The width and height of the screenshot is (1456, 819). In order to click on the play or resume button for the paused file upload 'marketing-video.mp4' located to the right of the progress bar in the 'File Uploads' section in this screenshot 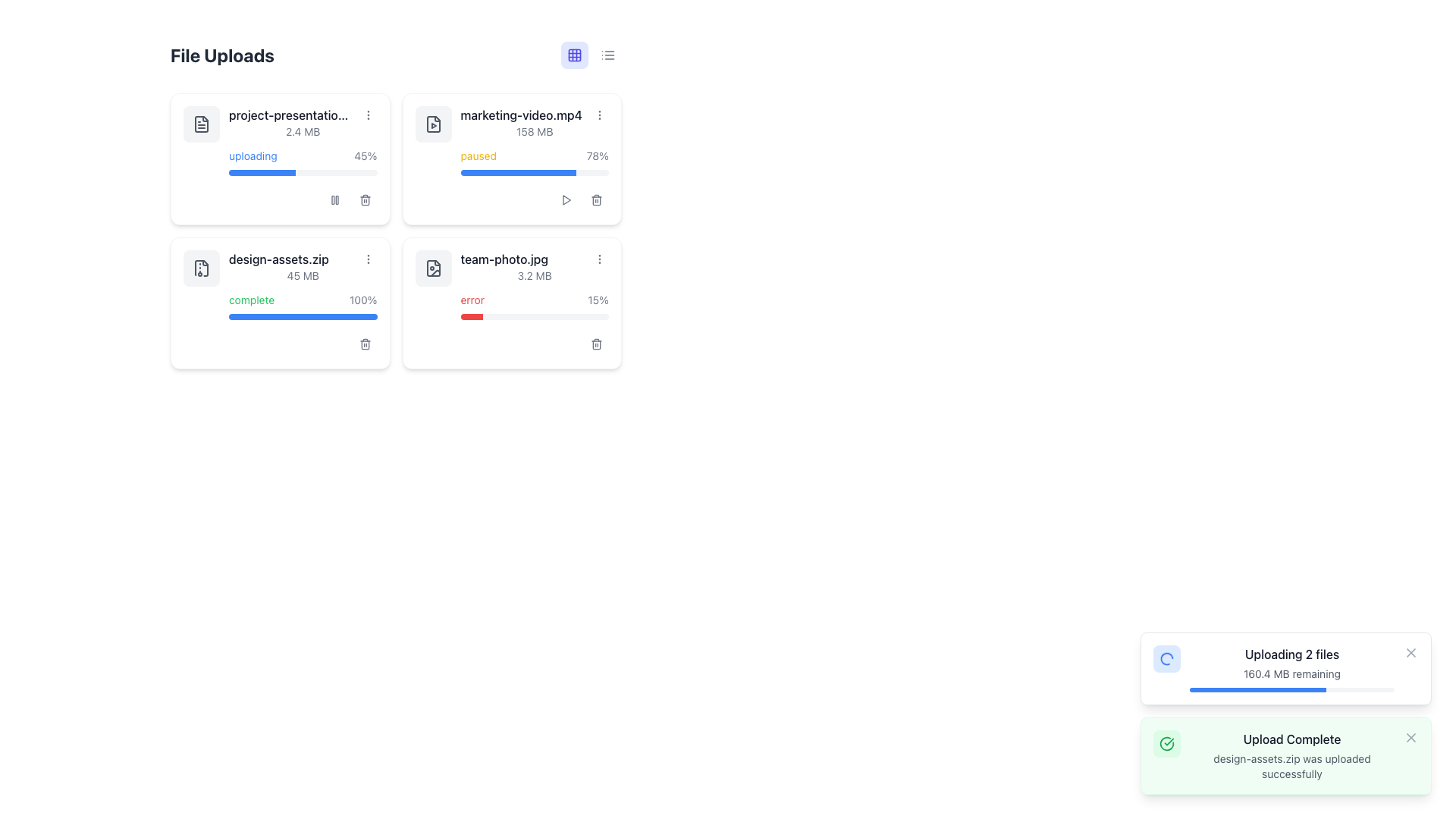, I will do `click(566, 199)`.